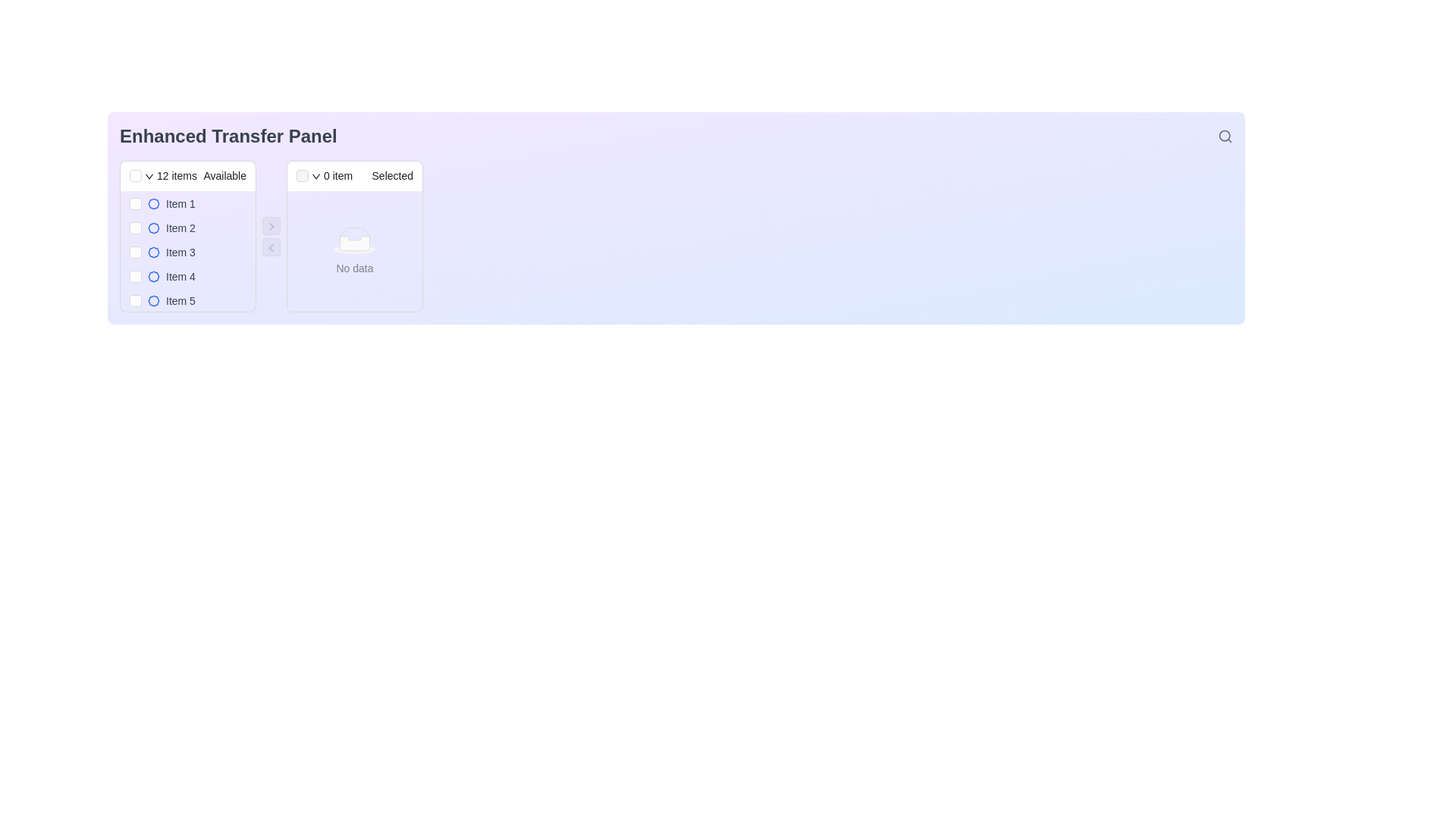  Describe the element at coordinates (1225, 135) in the screenshot. I see `the SVG circular element located near the top-right corner of the interface, which is part of a search-related icon group` at that location.